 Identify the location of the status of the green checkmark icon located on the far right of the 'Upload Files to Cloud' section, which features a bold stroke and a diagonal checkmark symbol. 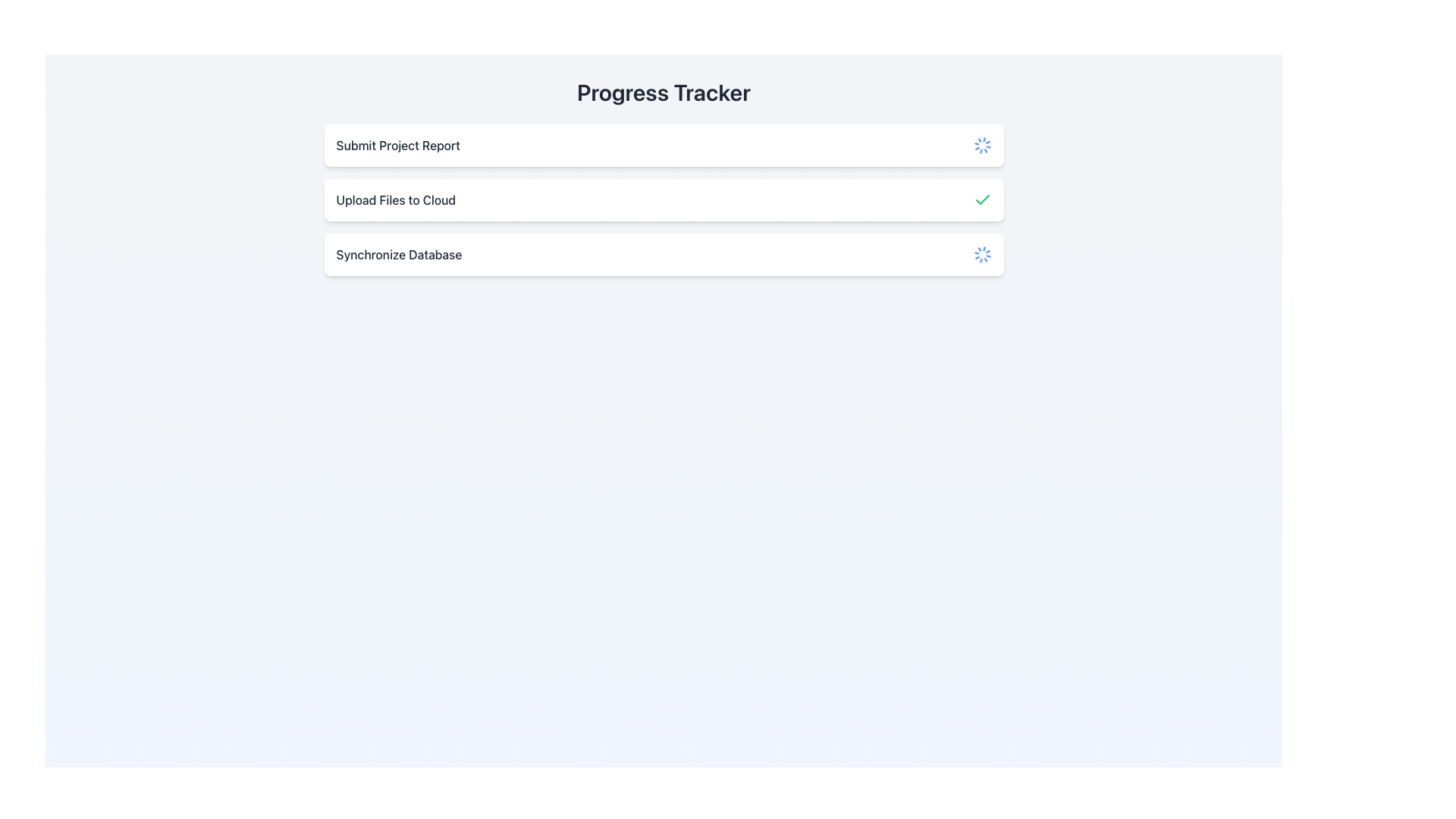
(982, 199).